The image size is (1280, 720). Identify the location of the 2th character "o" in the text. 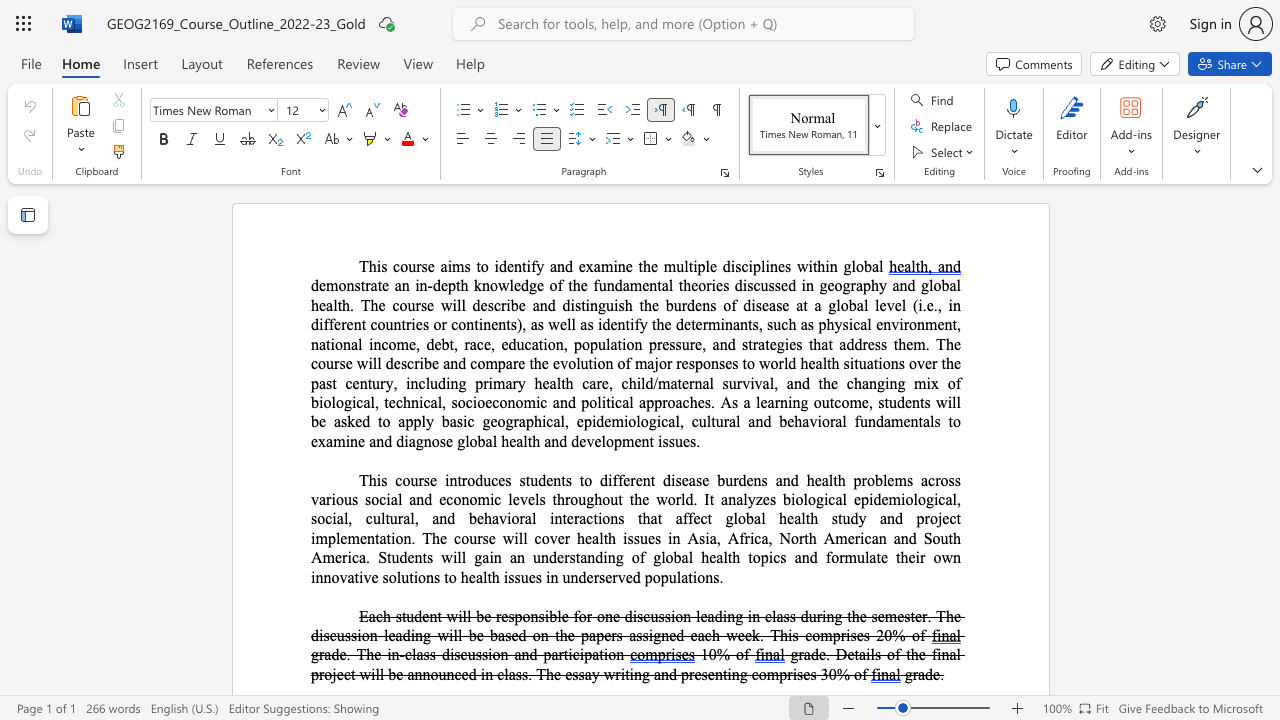
(631, 420).